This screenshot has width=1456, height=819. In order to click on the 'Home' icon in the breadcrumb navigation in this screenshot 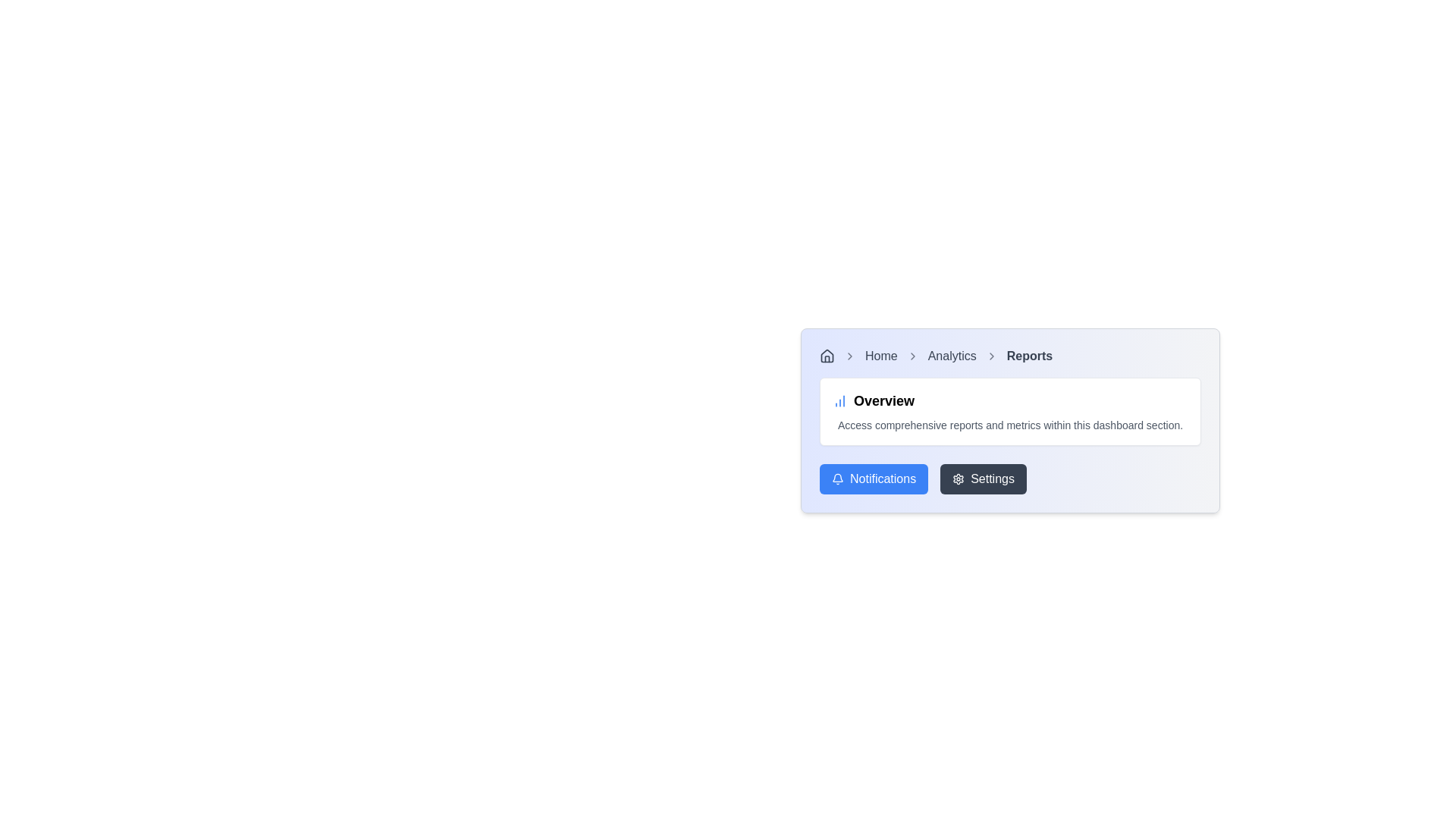, I will do `click(826, 356)`.